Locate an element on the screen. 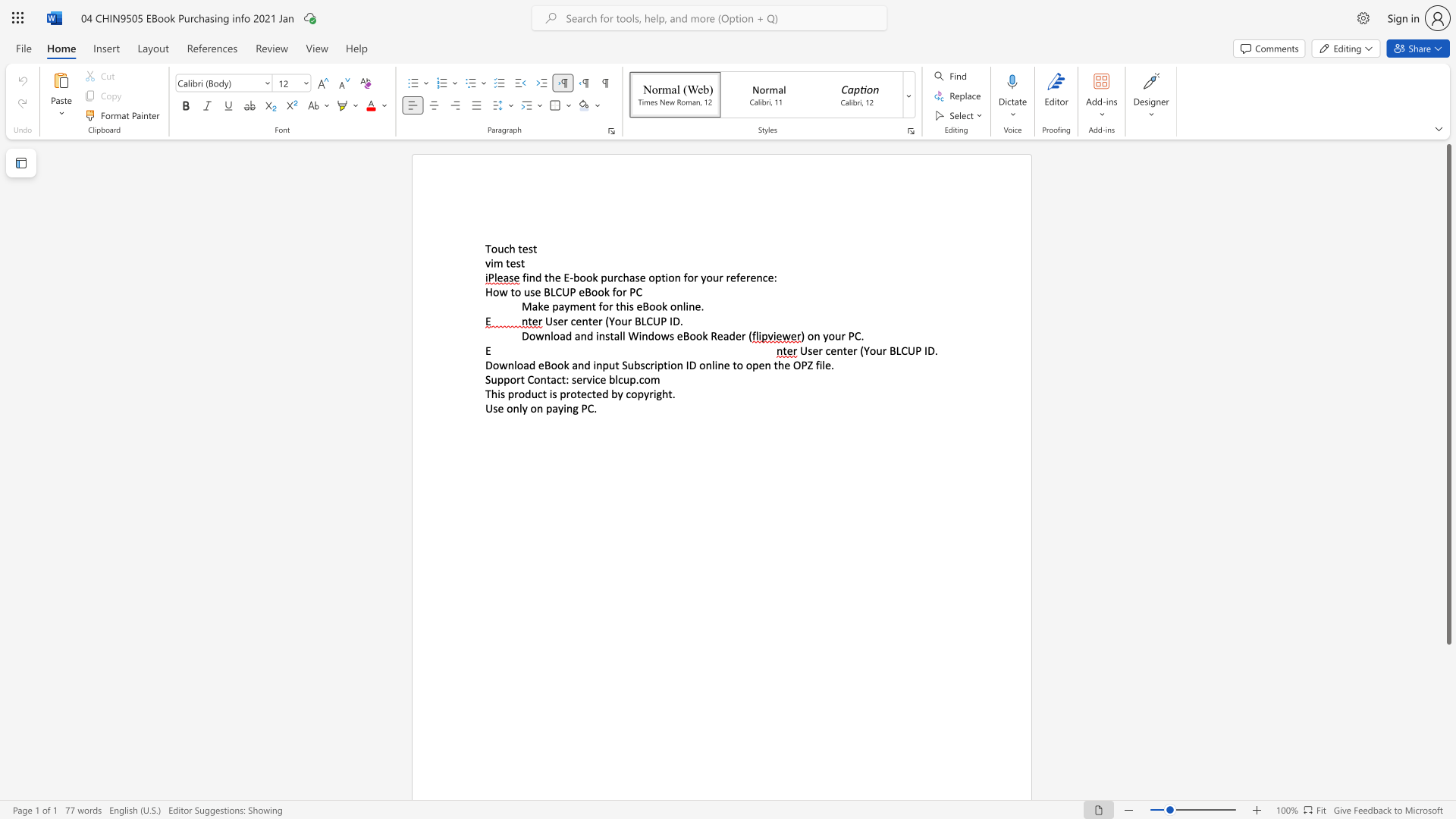  the subset text "ur reference" within the text "for your reference:" is located at coordinates (711, 278).